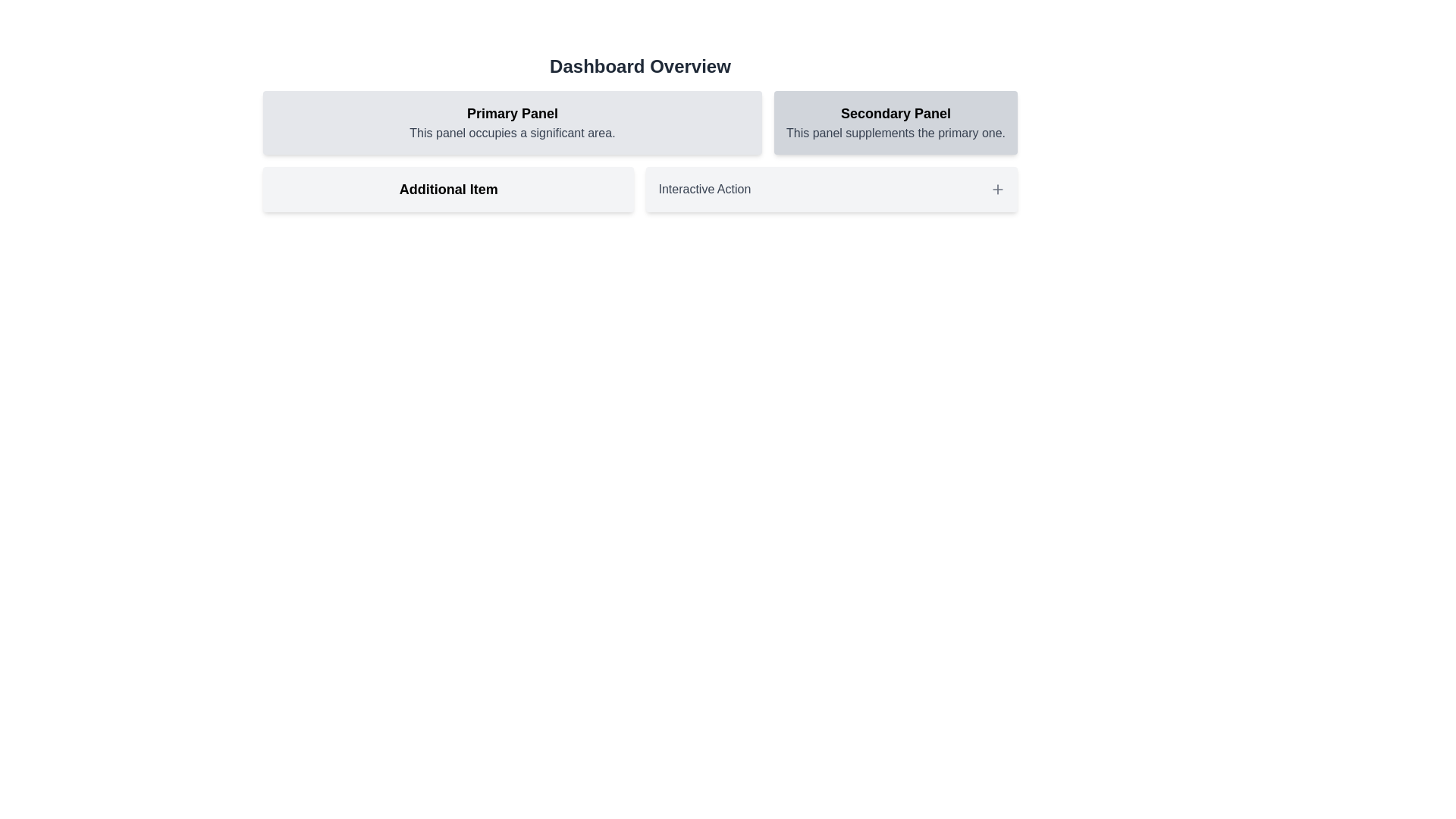 Image resolution: width=1456 pixels, height=819 pixels. Describe the element at coordinates (447, 189) in the screenshot. I see `the text label styled in bold font with the content 'Additional Item', located at the top center of the left panel labeled 'Primary Panel'` at that location.